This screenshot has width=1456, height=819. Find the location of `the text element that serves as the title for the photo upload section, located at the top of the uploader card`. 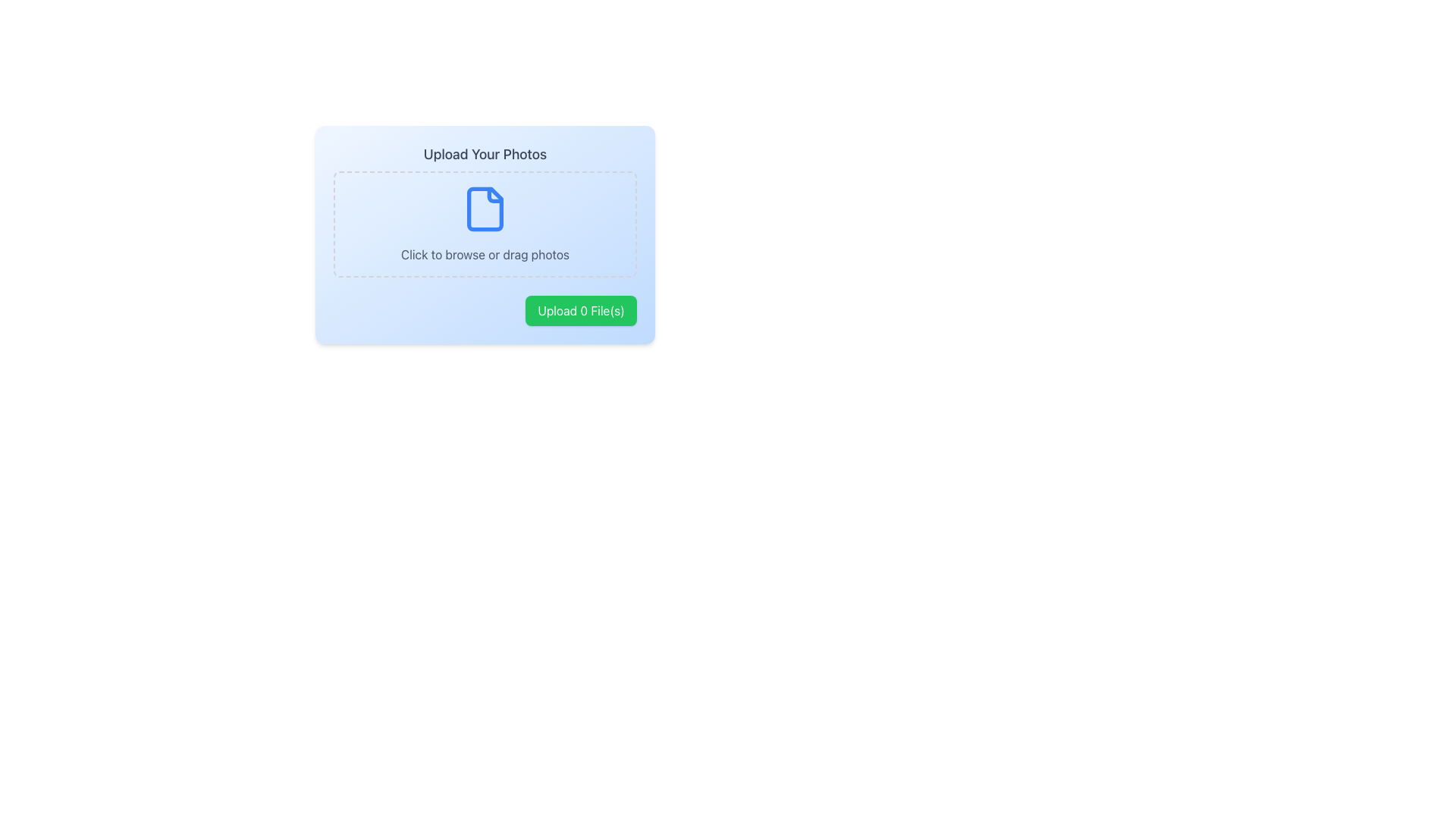

the text element that serves as the title for the photo upload section, located at the top of the uploader card is located at coordinates (484, 155).